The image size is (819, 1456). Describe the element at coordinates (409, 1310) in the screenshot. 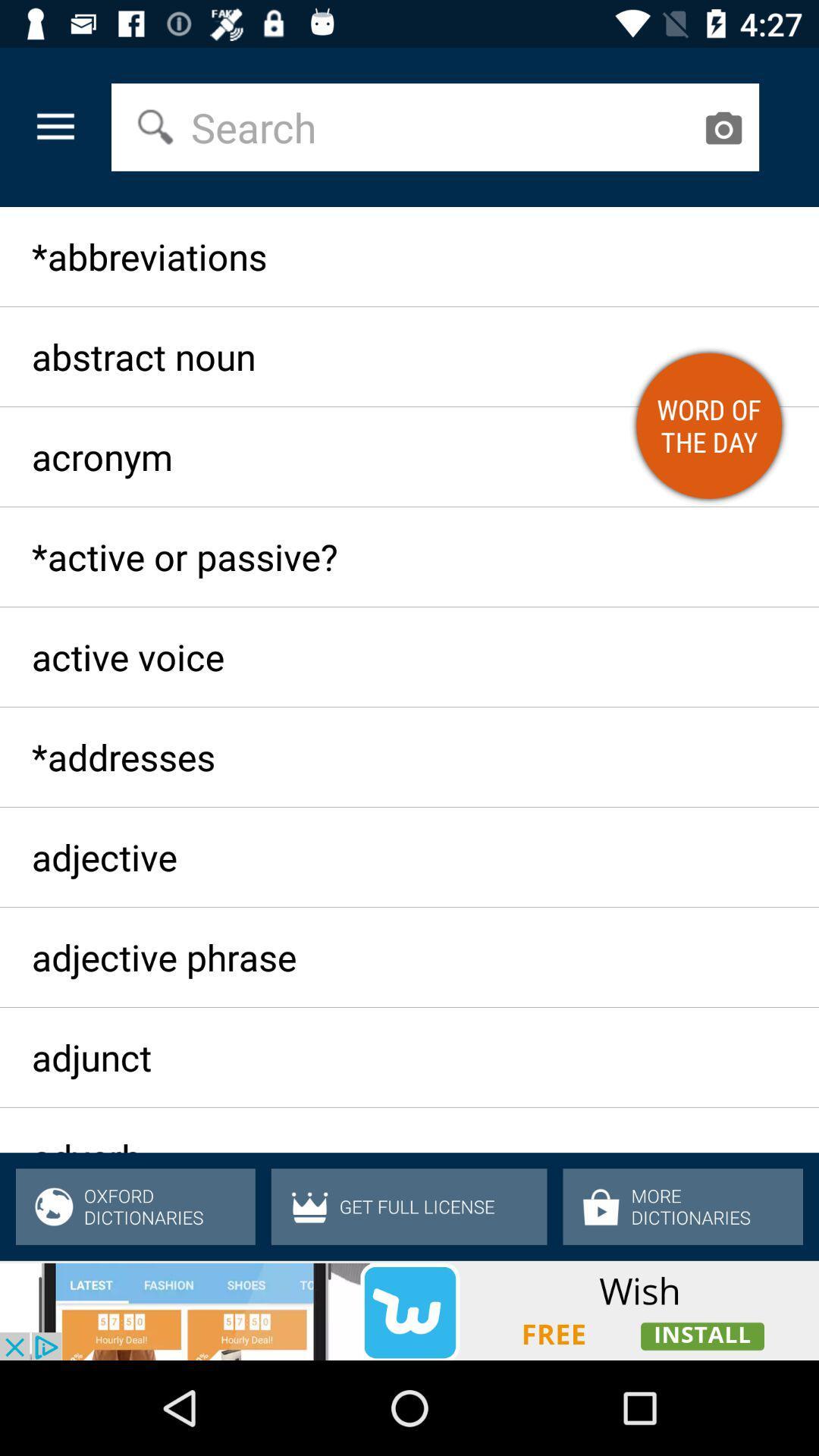

I see `banner` at that location.